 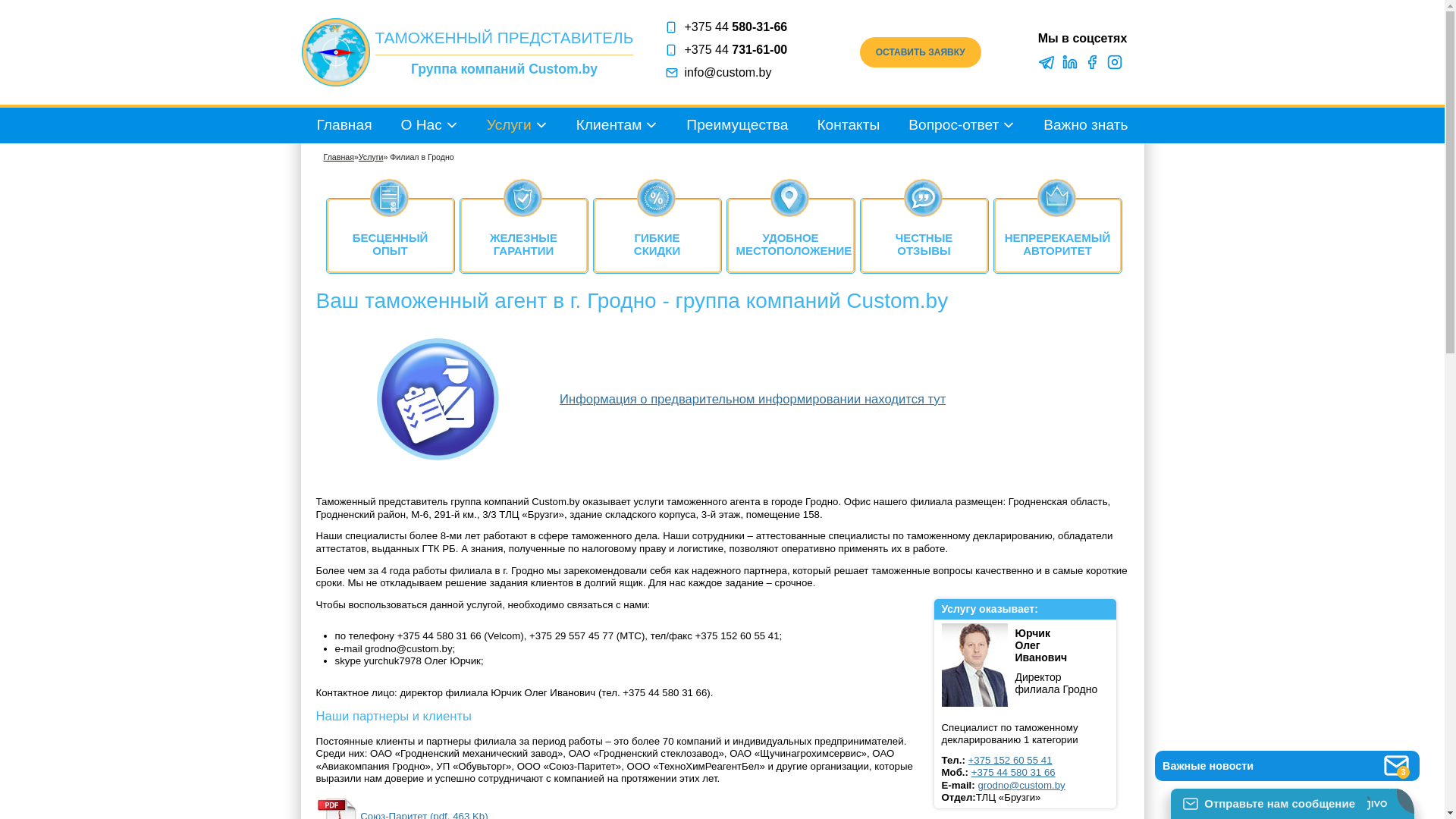 I want to click on 'info@custom.by', so click(x=739, y=73).